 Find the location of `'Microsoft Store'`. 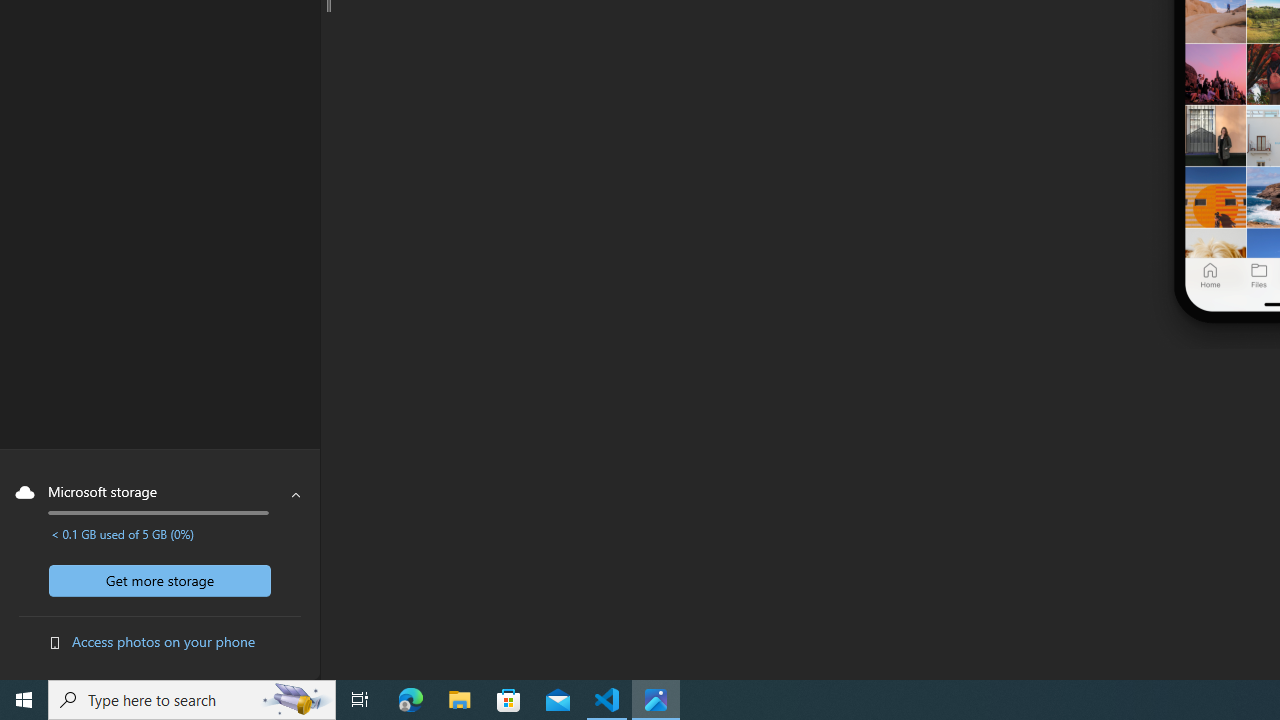

'Microsoft Store' is located at coordinates (509, 698).